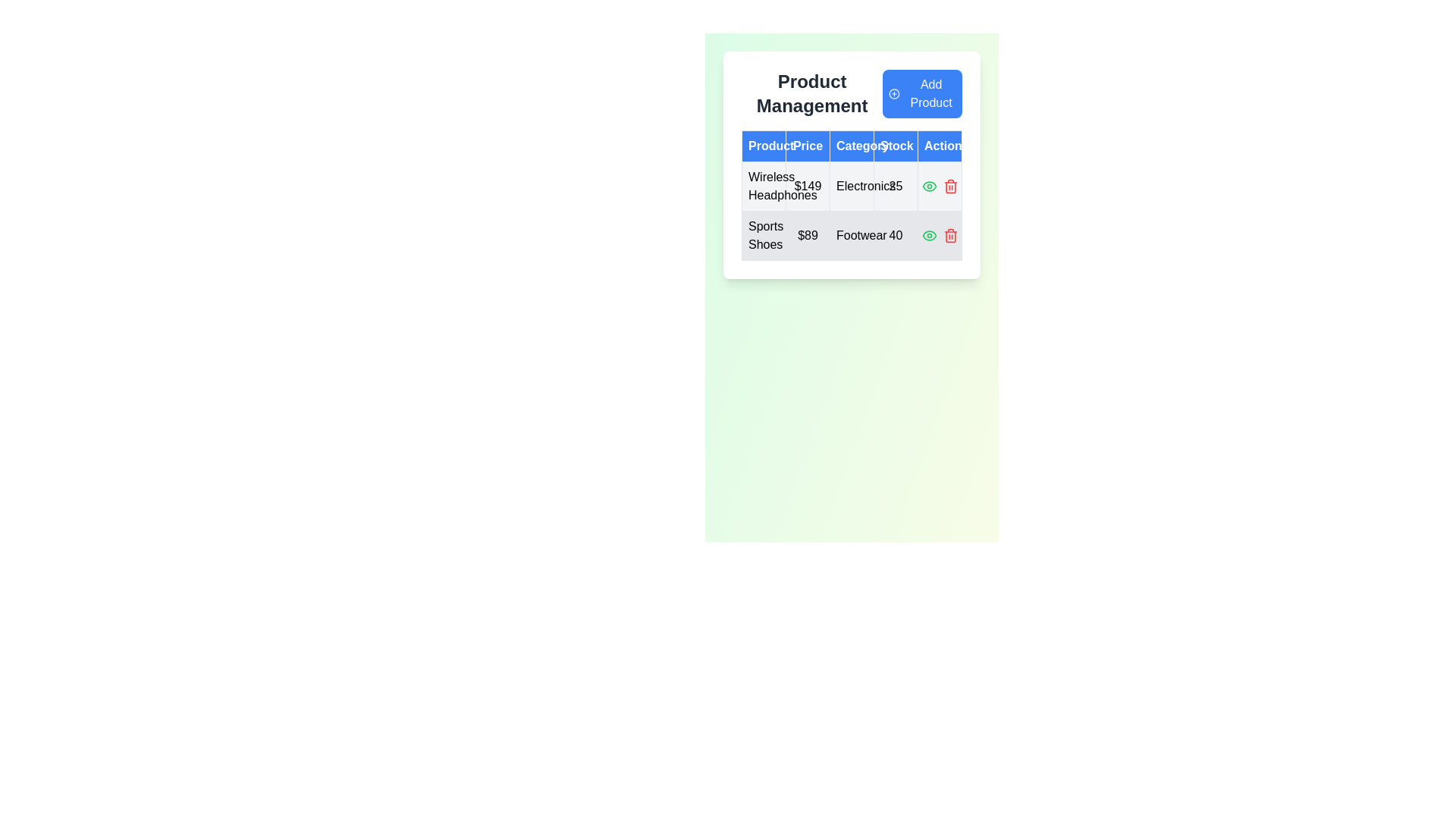 This screenshot has height=819, width=1456. Describe the element at coordinates (807, 236) in the screenshot. I see `displayed price information for the product 'Sports Shoes' located in the second cell of the 'Price' column within the table` at that location.